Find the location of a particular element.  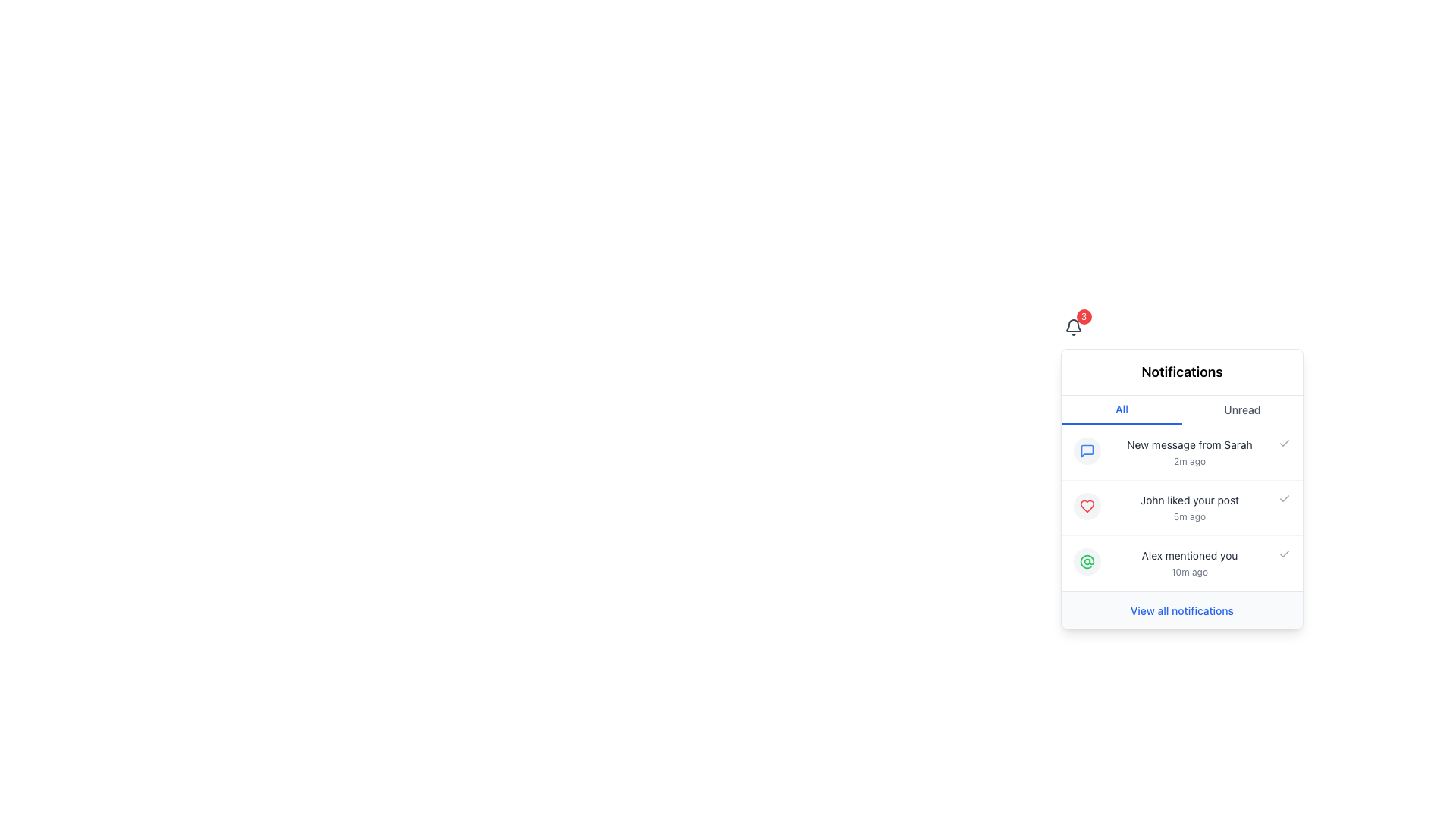

the small circular badge with a red background and white text indicating the number '3', located at the top-right corner of the bell icon in the notification toggle area is located at coordinates (1083, 315).